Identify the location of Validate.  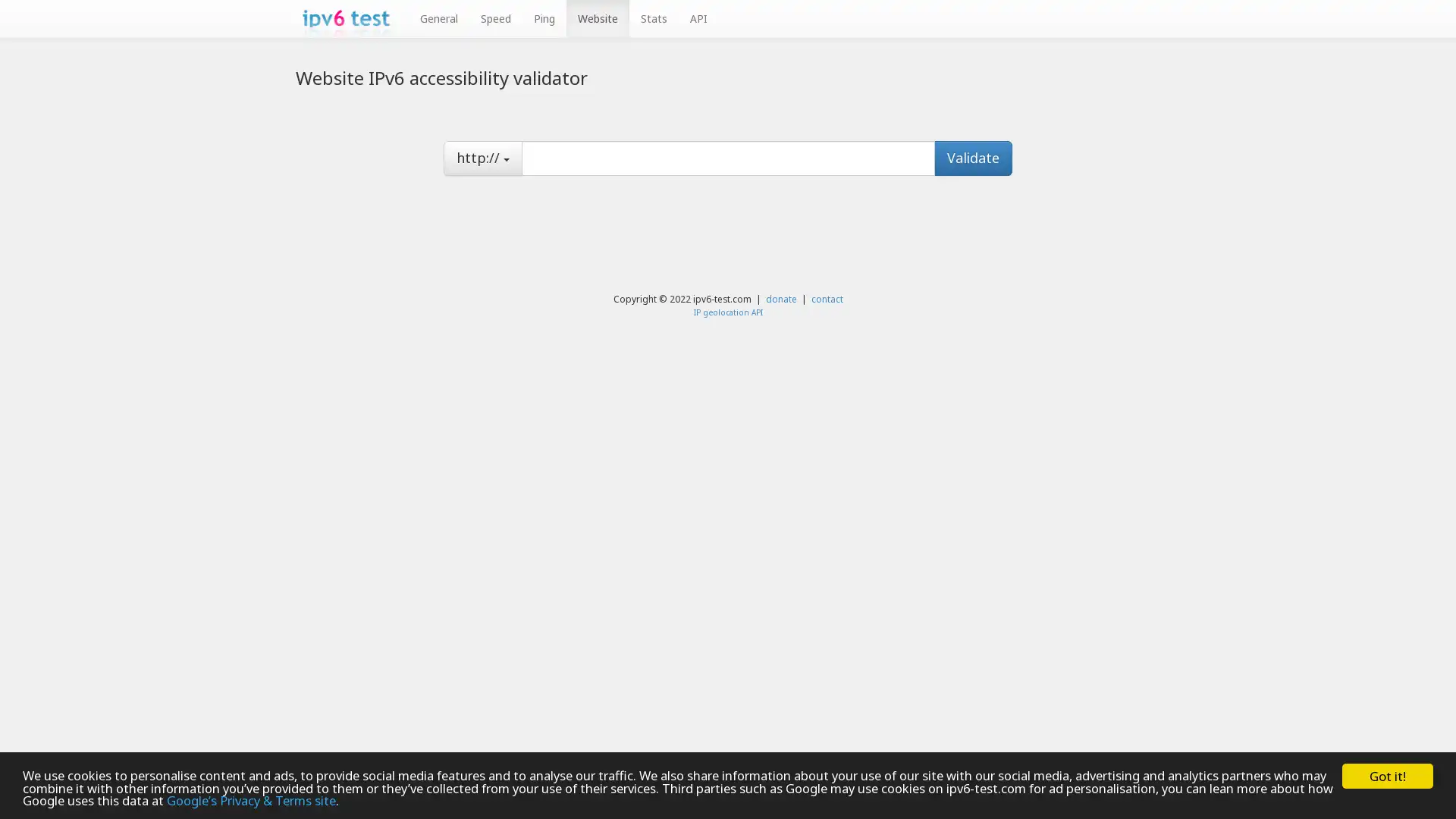
(973, 158).